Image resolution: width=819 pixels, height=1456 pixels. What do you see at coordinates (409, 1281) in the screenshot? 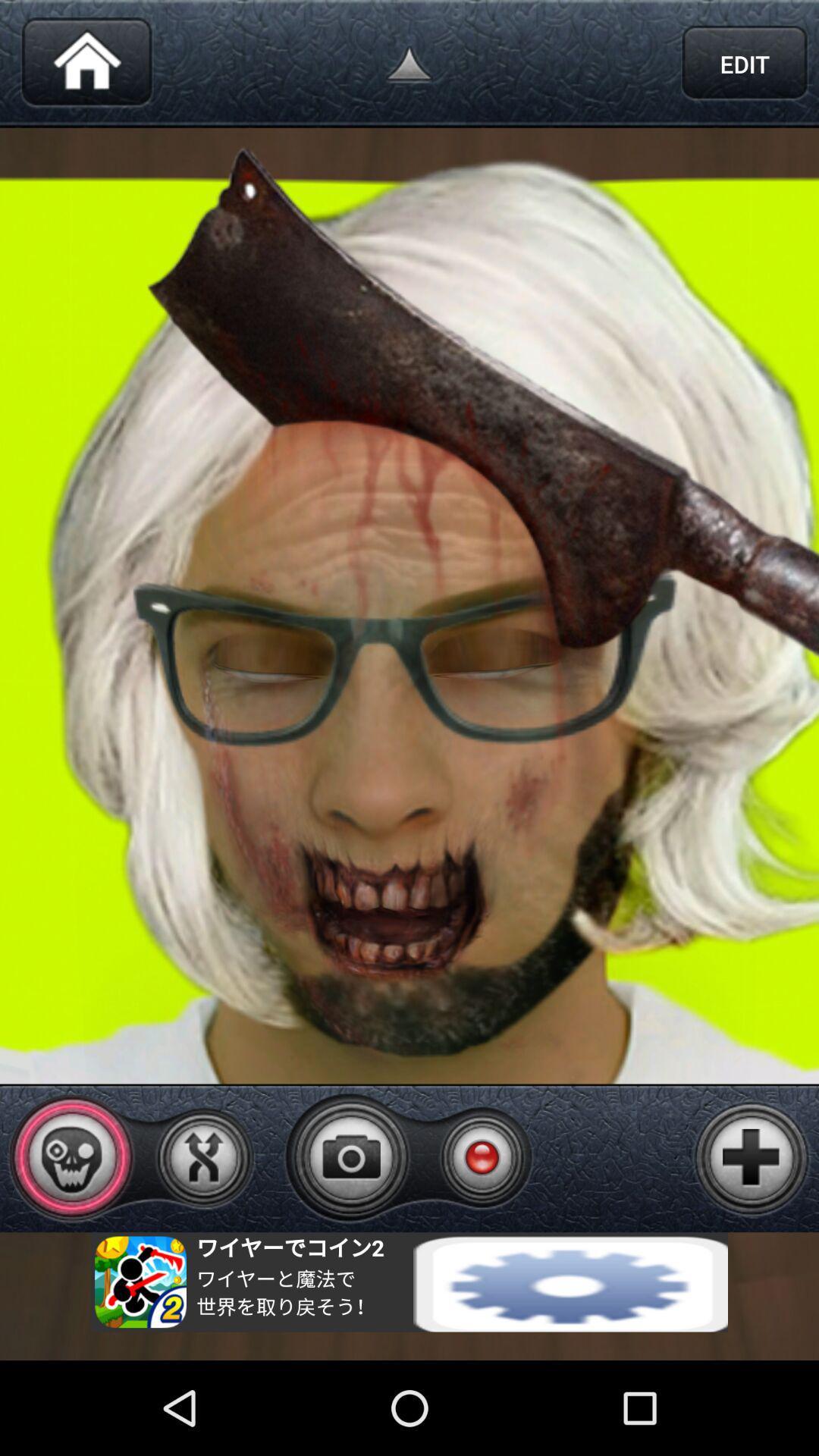
I see `redirects you to offer page` at bounding box center [409, 1281].